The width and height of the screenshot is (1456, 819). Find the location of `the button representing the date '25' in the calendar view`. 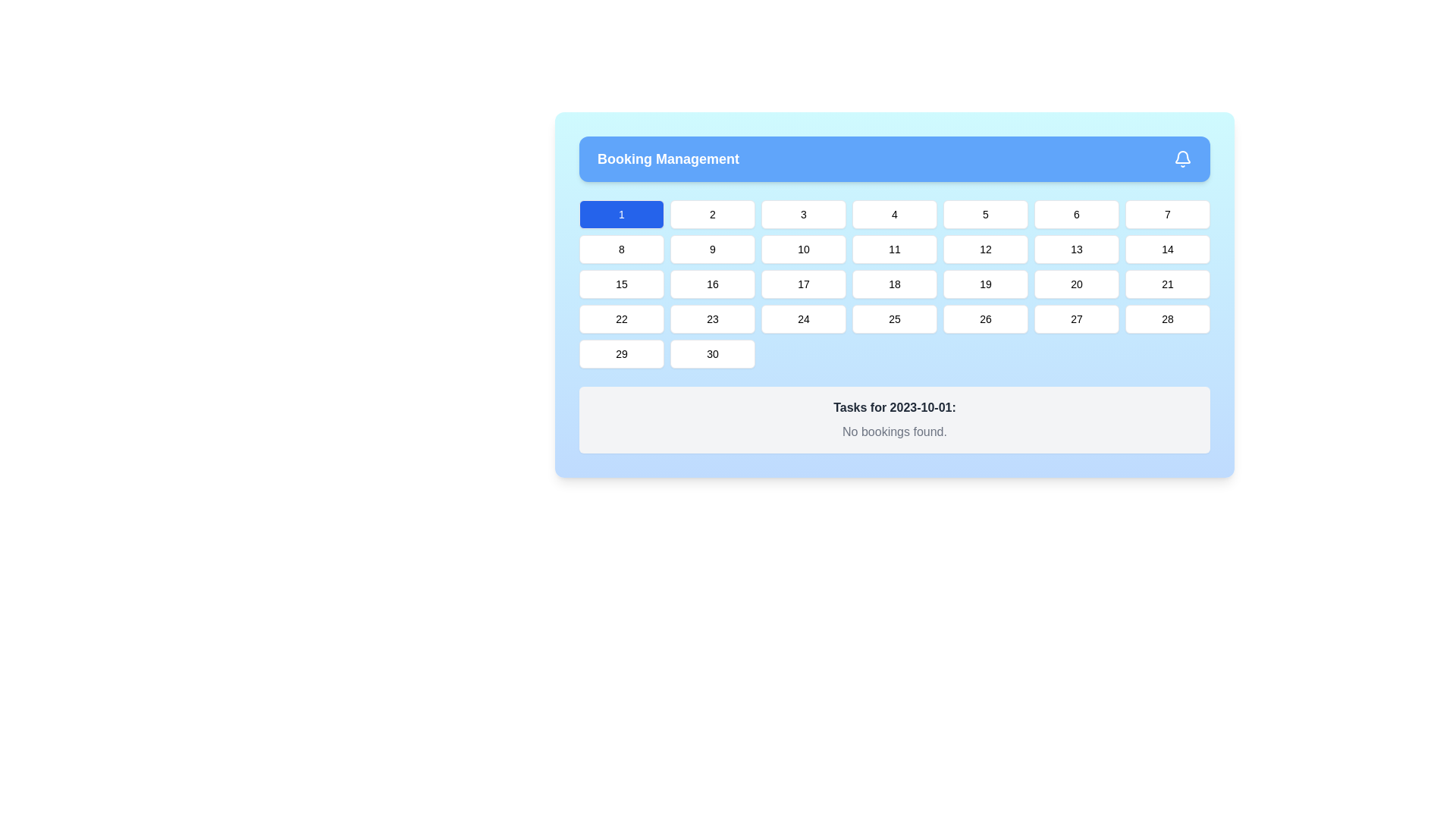

the button representing the date '25' in the calendar view is located at coordinates (895, 318).